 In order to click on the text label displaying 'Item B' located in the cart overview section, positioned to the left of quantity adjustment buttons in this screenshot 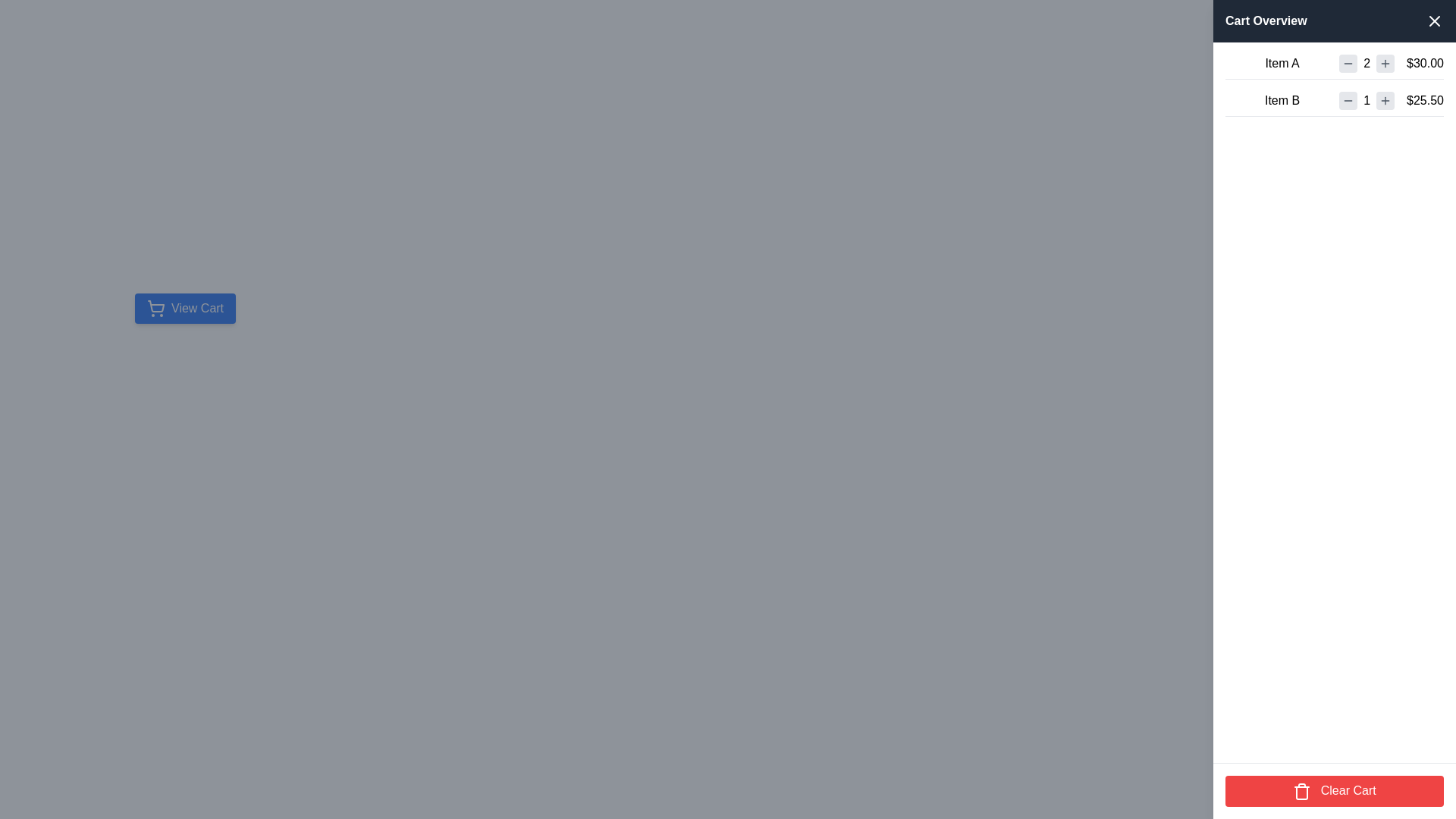, I will do `click(1282, 100)`.